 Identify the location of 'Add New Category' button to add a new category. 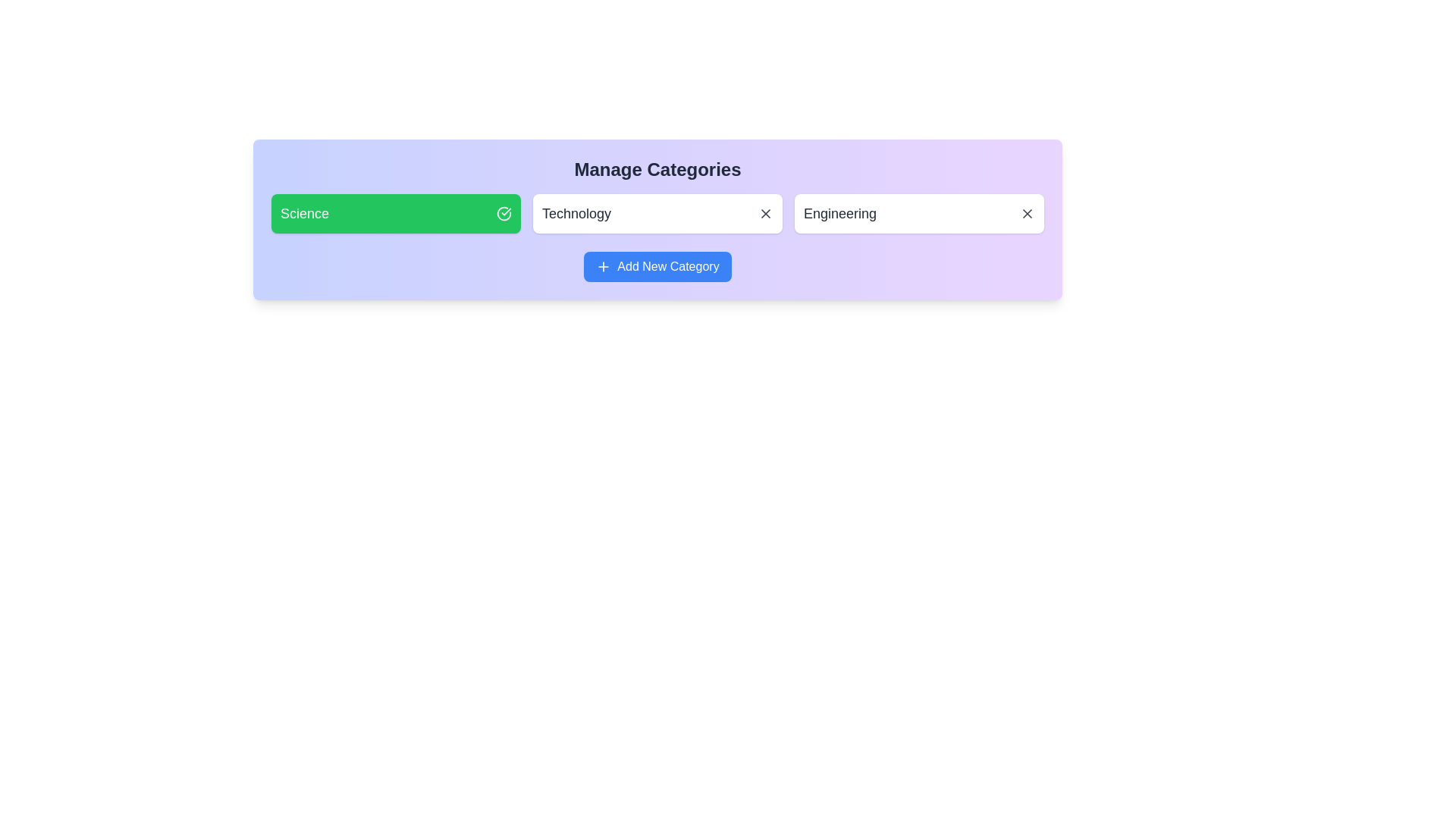
(657, 265).